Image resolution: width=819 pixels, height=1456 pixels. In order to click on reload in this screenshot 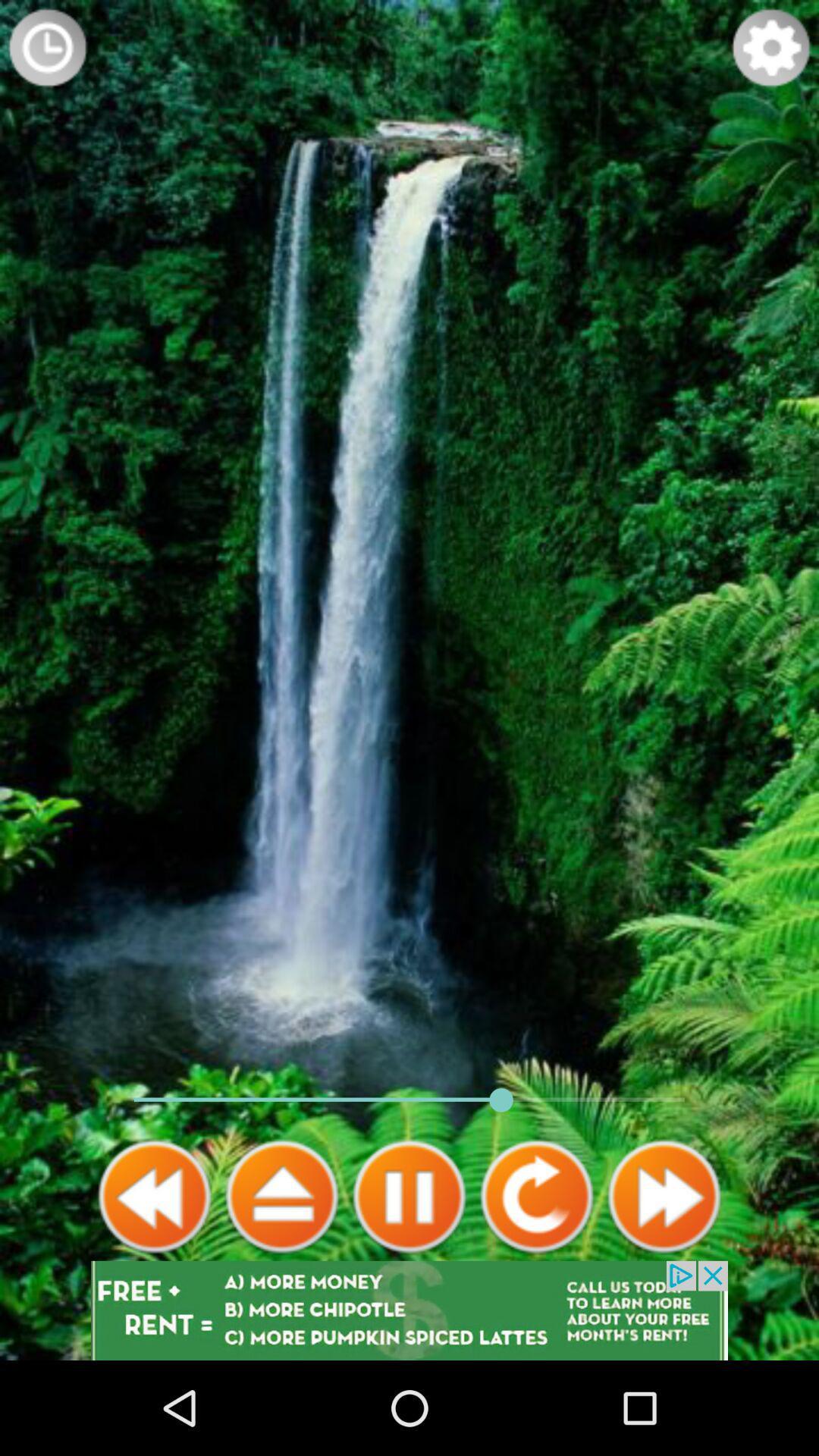, I will do `click(536, 1196)`.